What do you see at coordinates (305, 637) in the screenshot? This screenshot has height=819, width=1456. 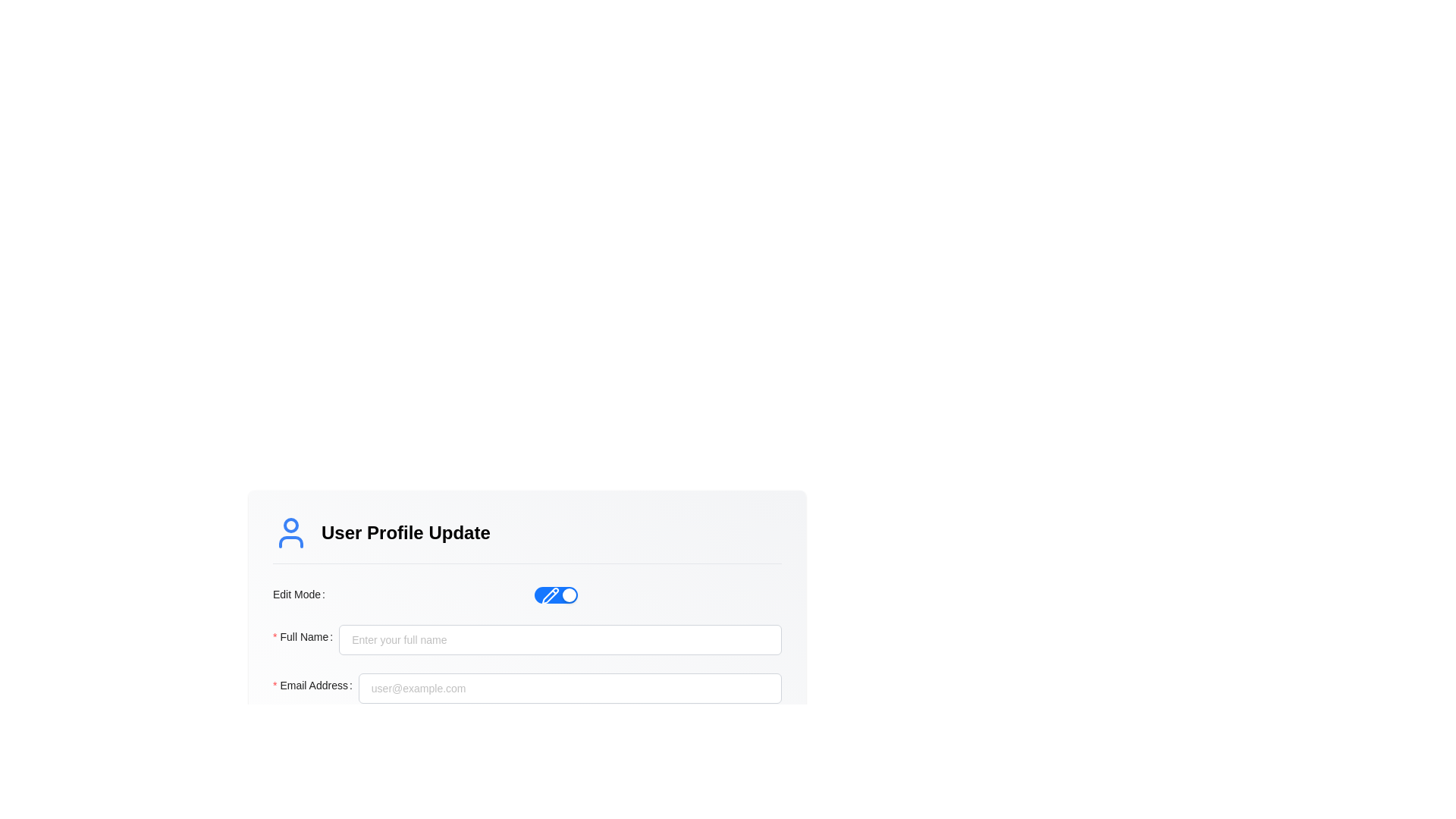 I see `the 'Full Name' label, which displays the text 'Full Name' with a preceding asterisk, indicating it is a required field` at bounding box center [305, 637].